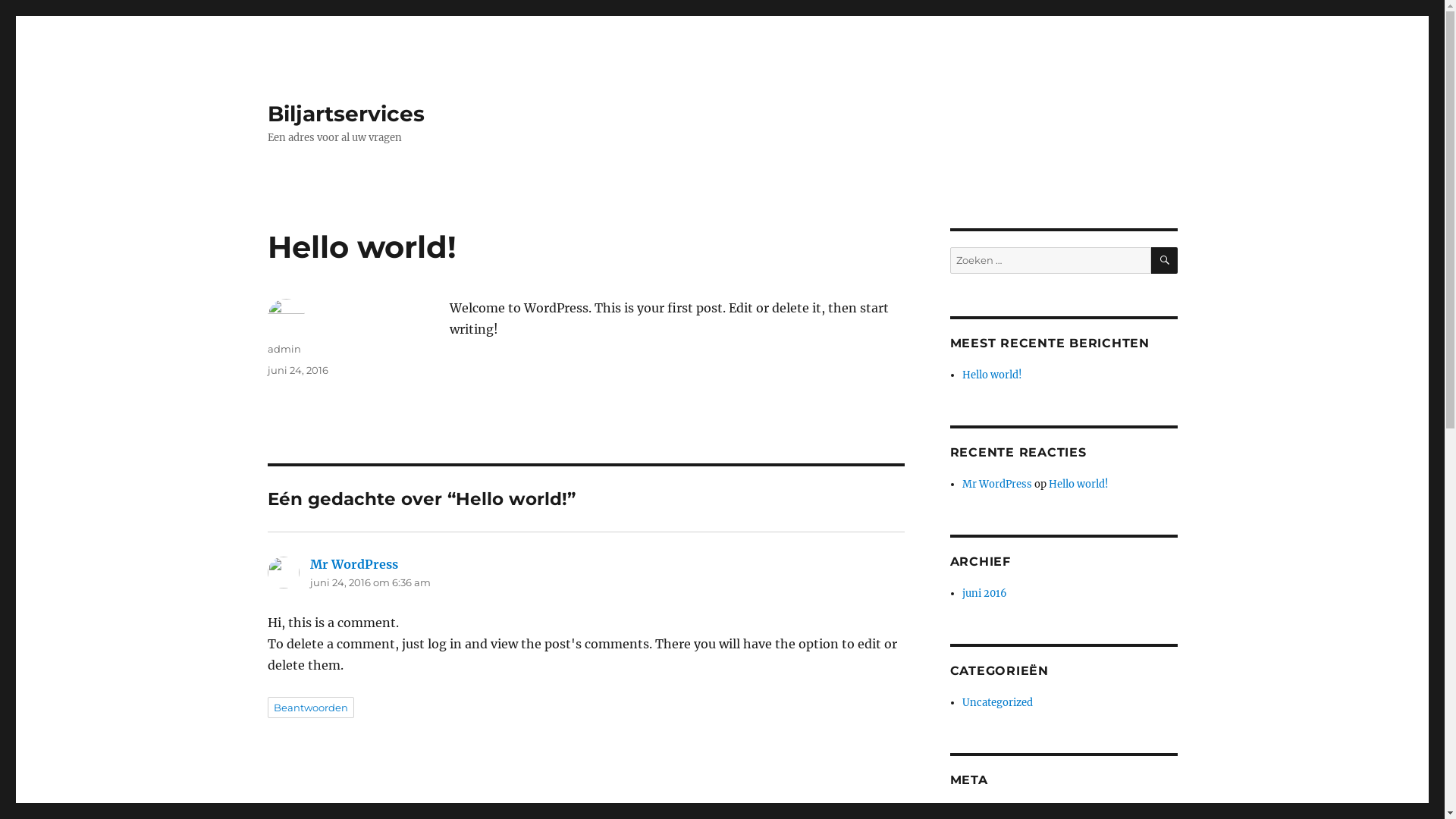  What do you see at coordinates (1078, 484) in the screenshot?
I see `'Hello world!'` at bounding box center [1078, 484].